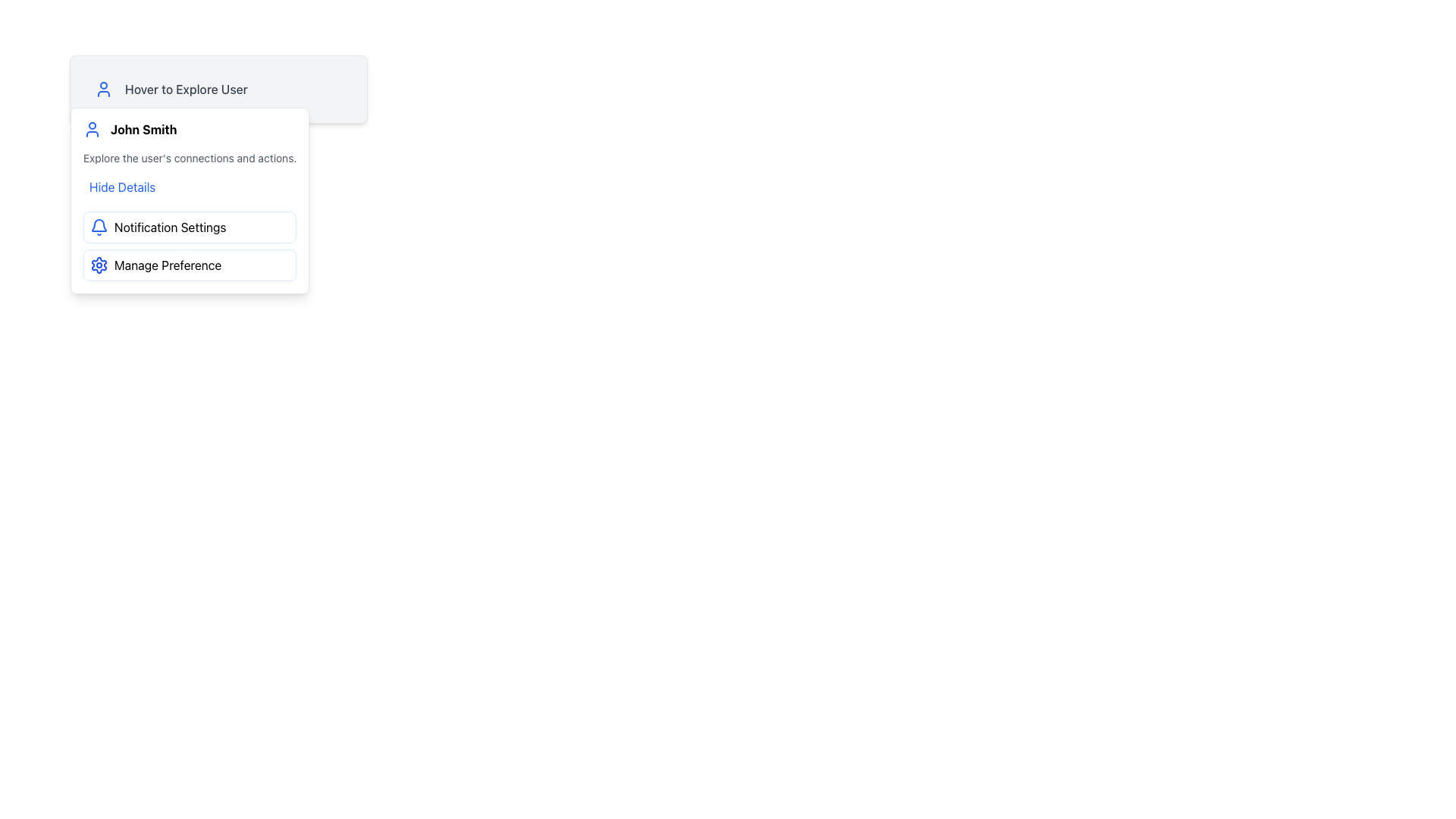 This screenshot has width=1456, height=819. What do you see at coordinates (98, 265) in the screenshot?
I see `the gear-shaped settings icon with a blue outline located centrally near the bottom of the pop-up menu under the 'Manage Preference' option` at bounding box center [98, 265].